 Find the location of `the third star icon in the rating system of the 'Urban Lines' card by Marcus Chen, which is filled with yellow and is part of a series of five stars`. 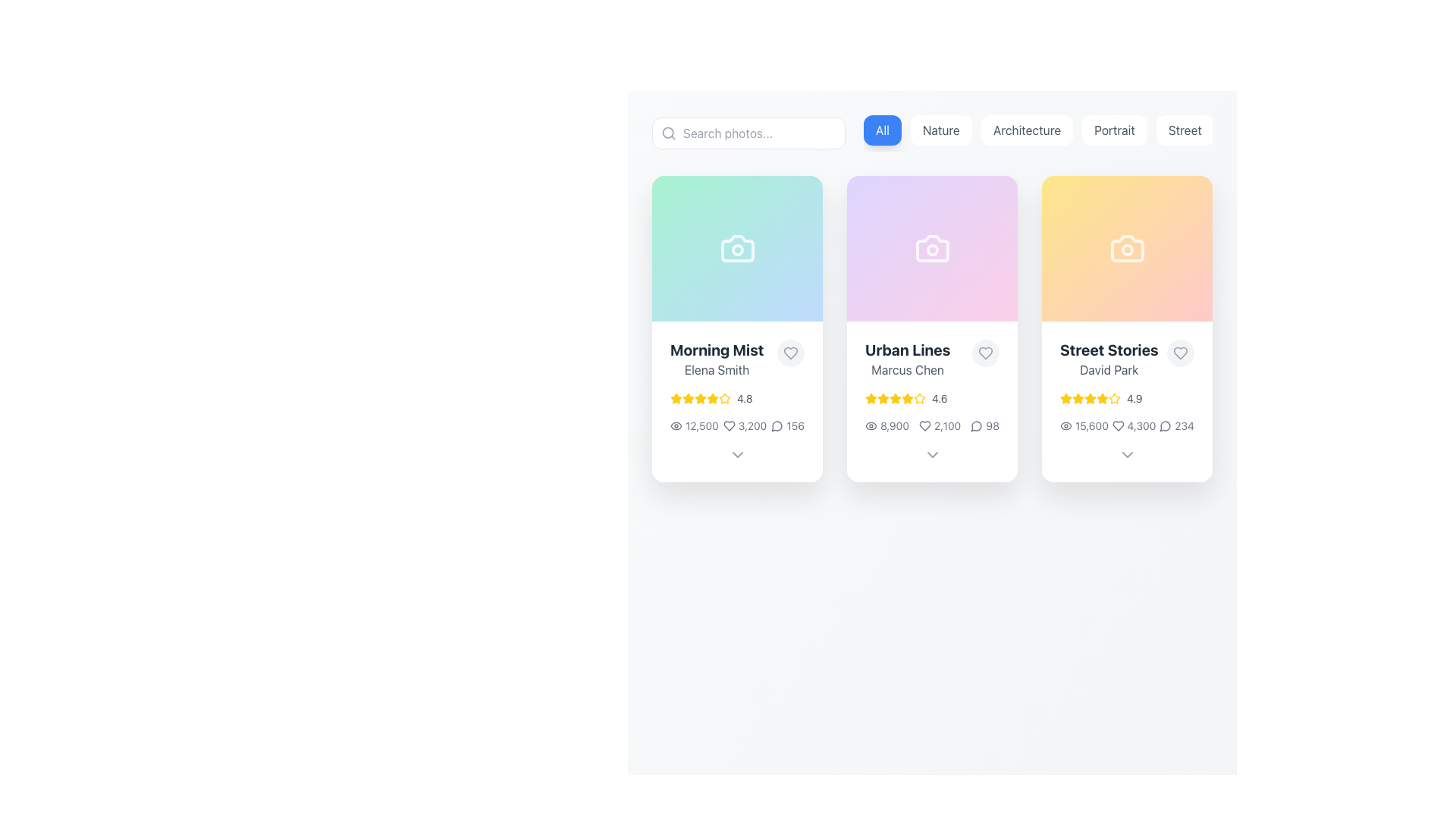

the third star icon in the rating system of the 'Urban Lines' card by Marcus Chen, which is filled with yellow and is part of a series of five stars is located at coordinates (883, 397).